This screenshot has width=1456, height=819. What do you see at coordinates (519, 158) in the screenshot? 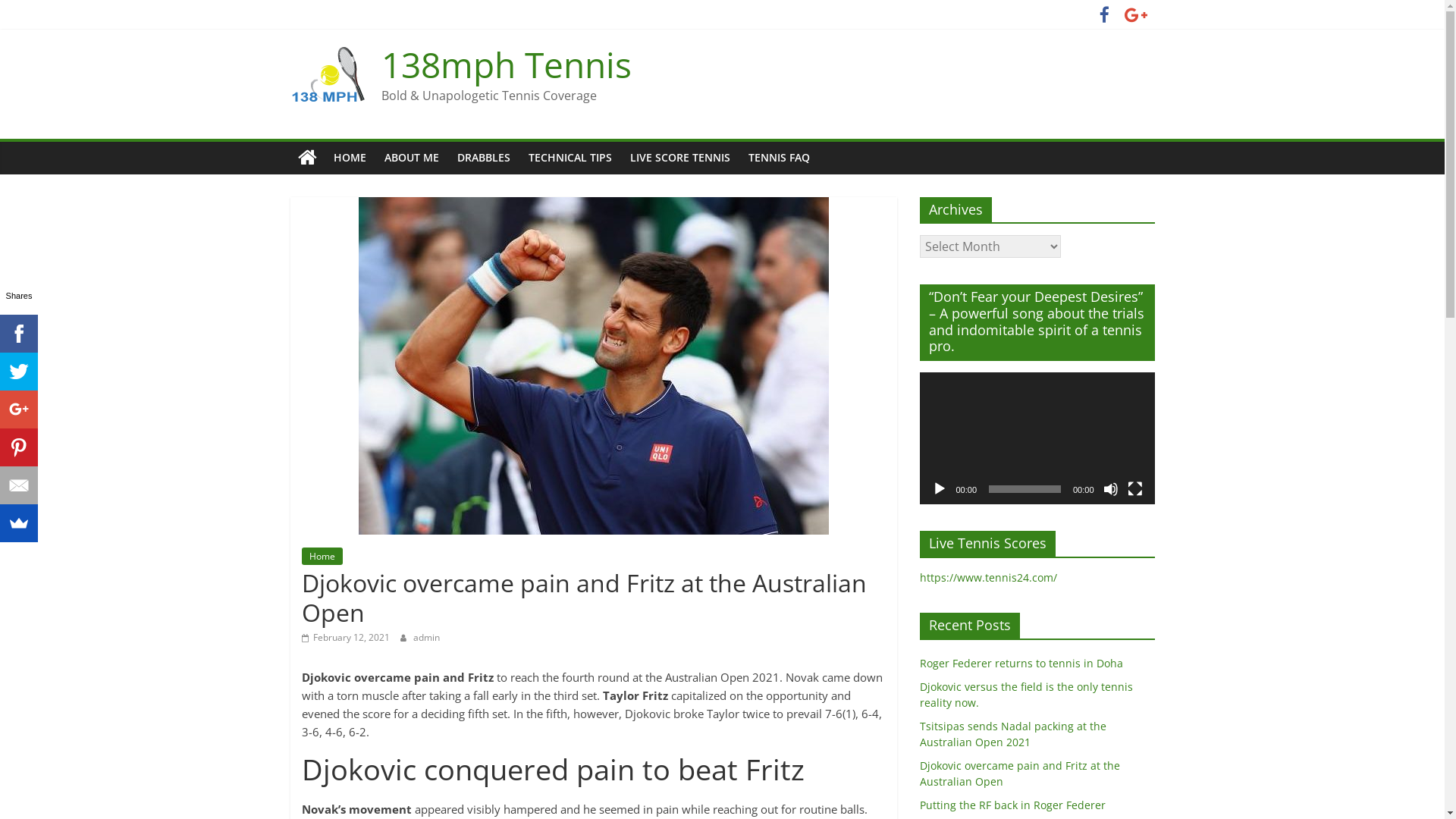
I see `'TECHNICAL TIPS'` at bounding box center [519, 158].